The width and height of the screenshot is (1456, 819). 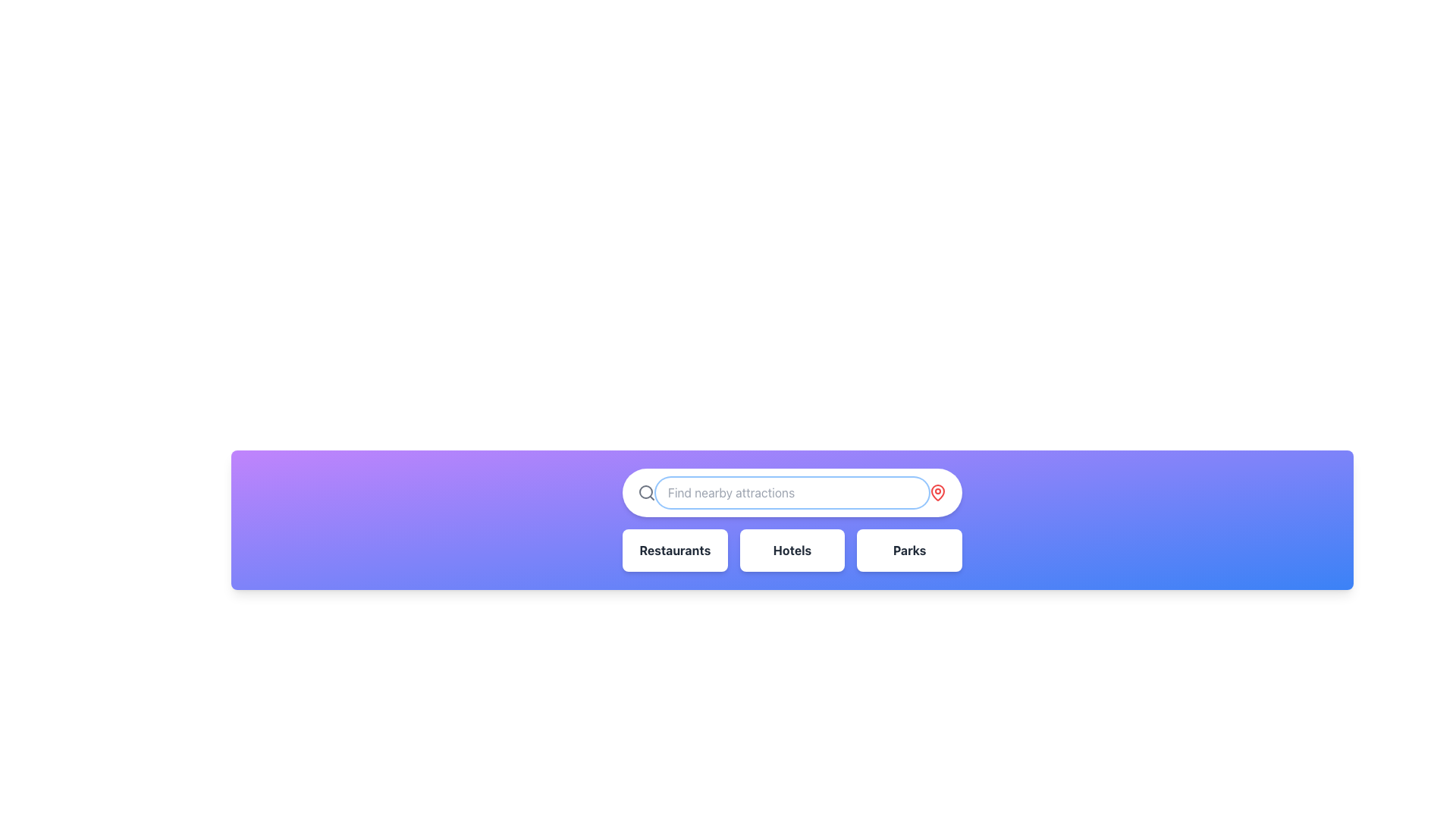 What do you see at coordinates (647, 493) in the screenshot?
I see `the gray magnifying glass icon located at the leftmost side of the white rounded search bar adjacent to the input field placeholder text 'Find nearby attractions'` at bounding box center [647, 493].